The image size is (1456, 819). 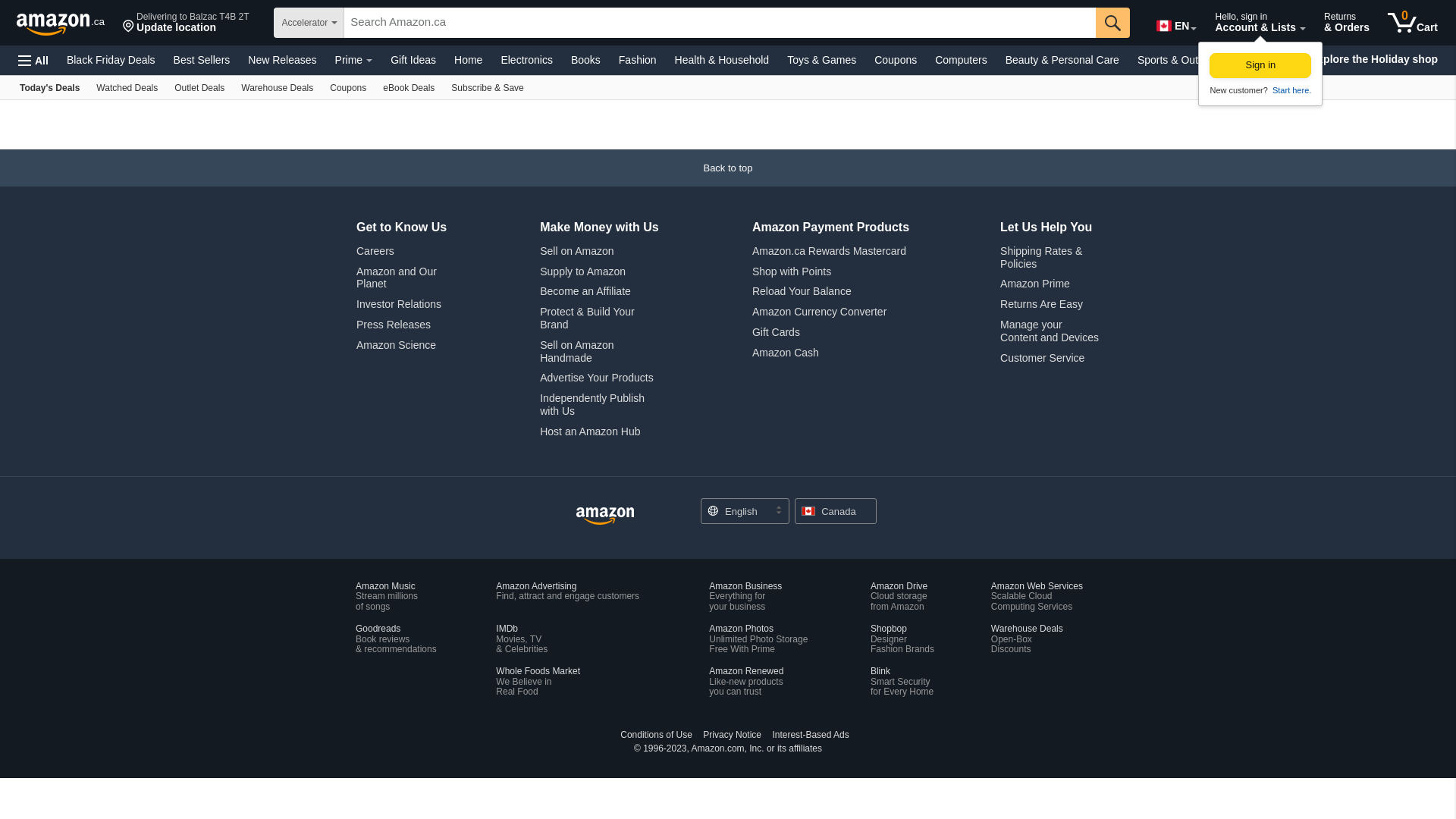 What do you see at coordinates (127, 87) in the screenshot?
I see `'Watched Deals'` at bounding box center [127, 87].